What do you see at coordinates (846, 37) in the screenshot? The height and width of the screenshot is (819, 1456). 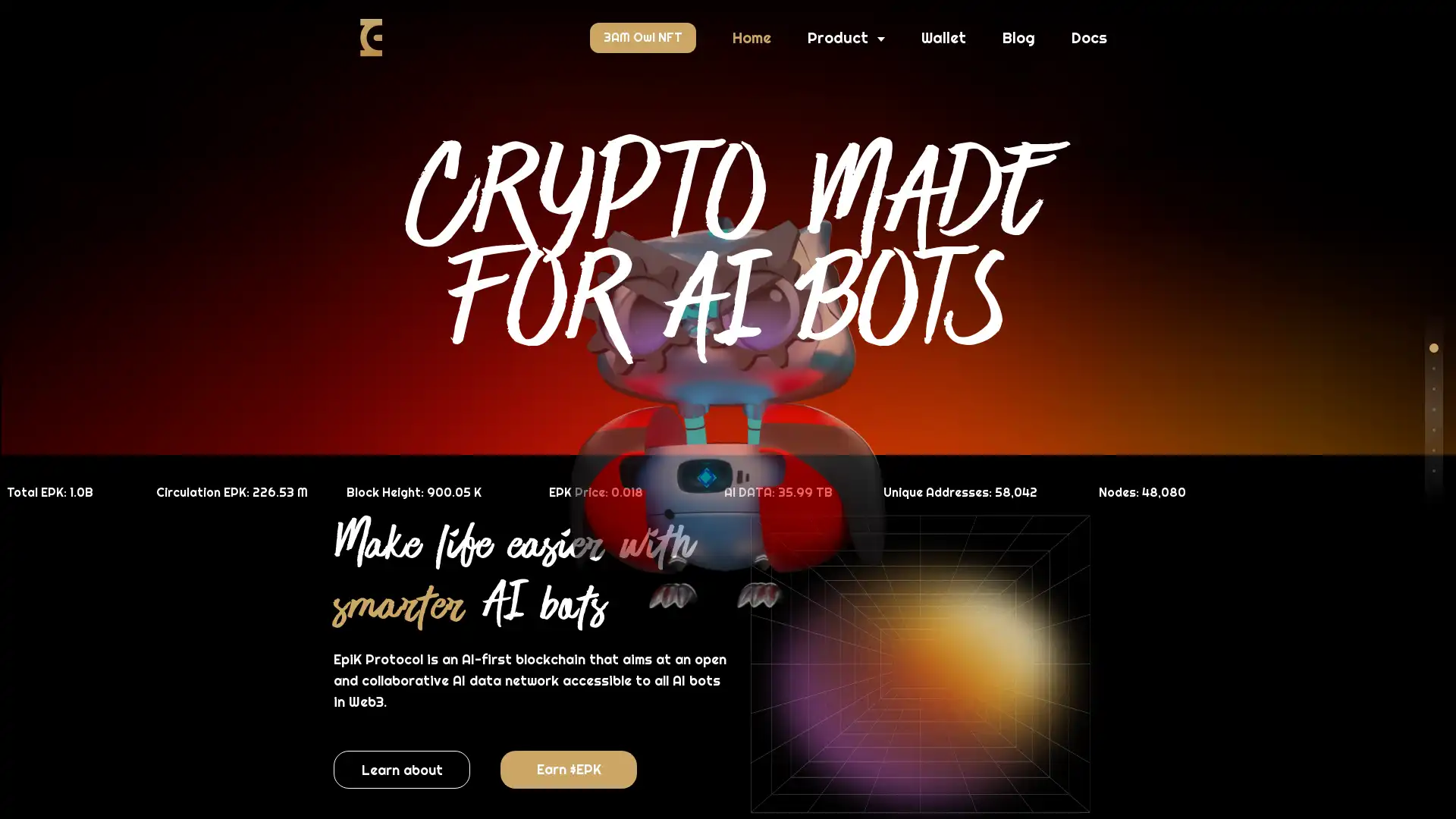 I see `Product` at bounding box center [846, 37].